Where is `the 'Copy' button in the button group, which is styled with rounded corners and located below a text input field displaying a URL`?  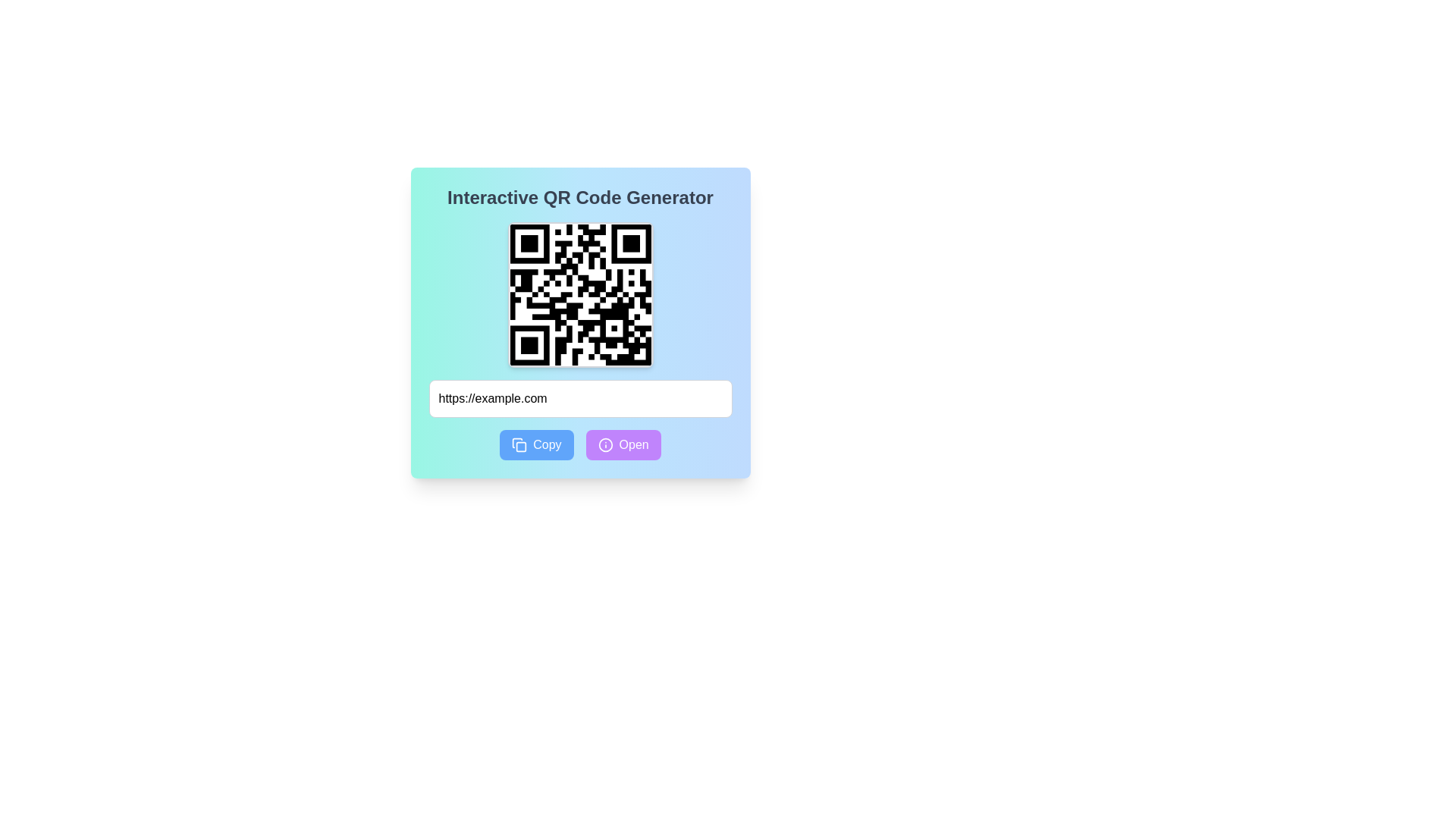
the 'Copy' button in the button group, which is styled with rounded corners and located below a text input field displaying a URL is located at coordinates (579, 444).